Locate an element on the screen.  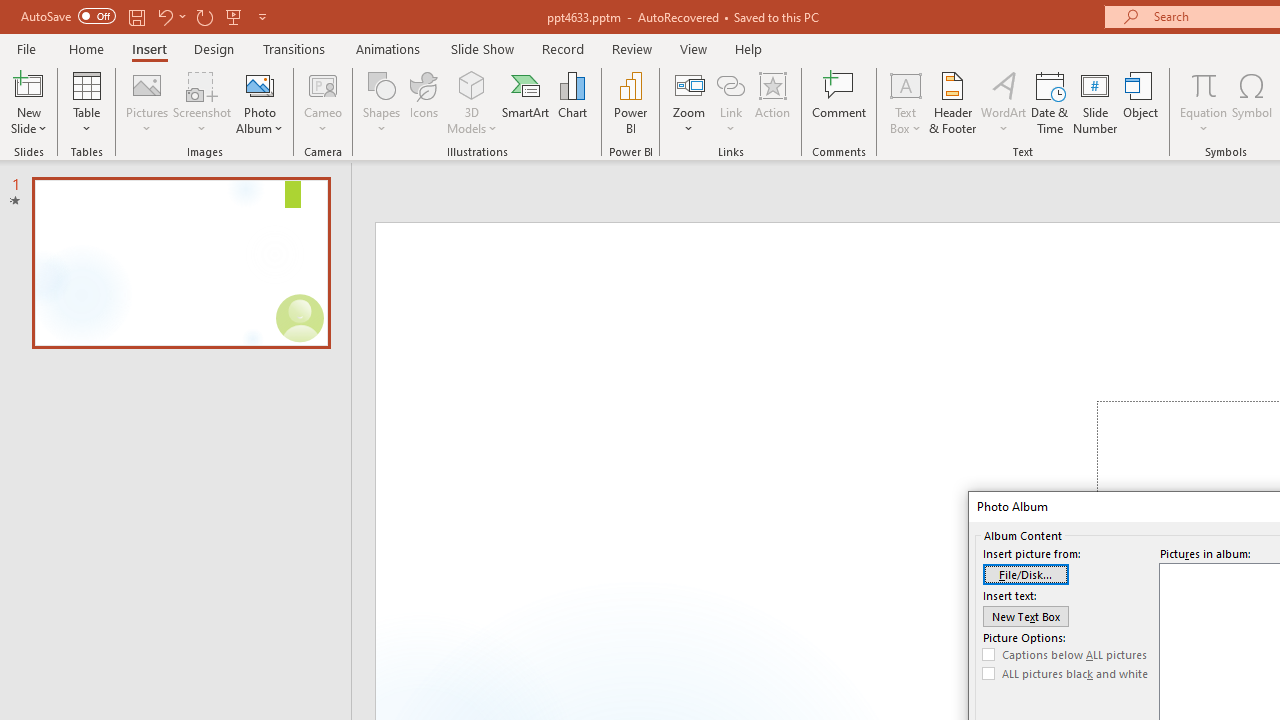
'Draw Horizontal Text Box' is located at coordinates (904, 84).